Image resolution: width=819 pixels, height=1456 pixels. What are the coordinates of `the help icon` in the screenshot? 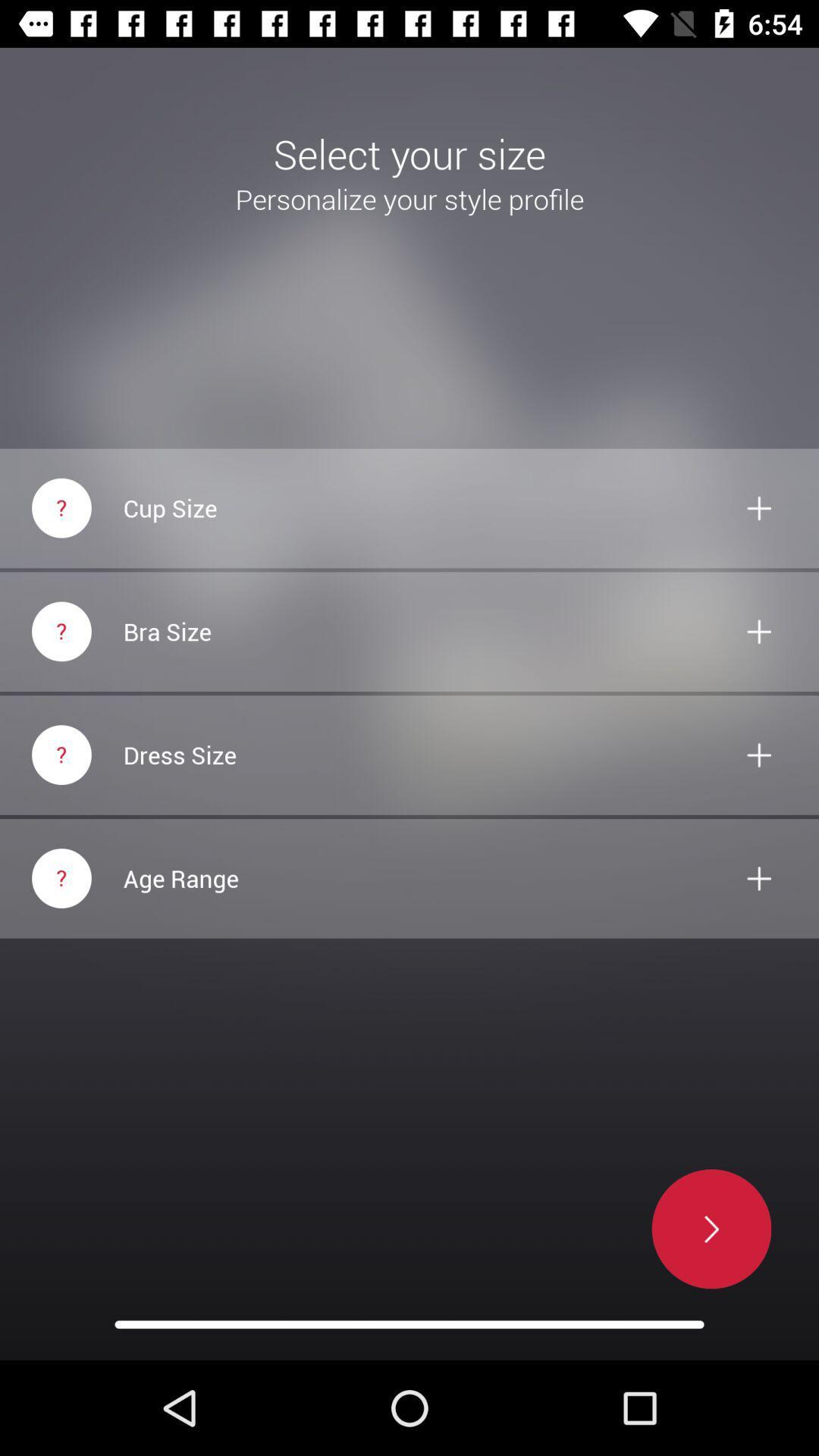 It's located at (61, 508).